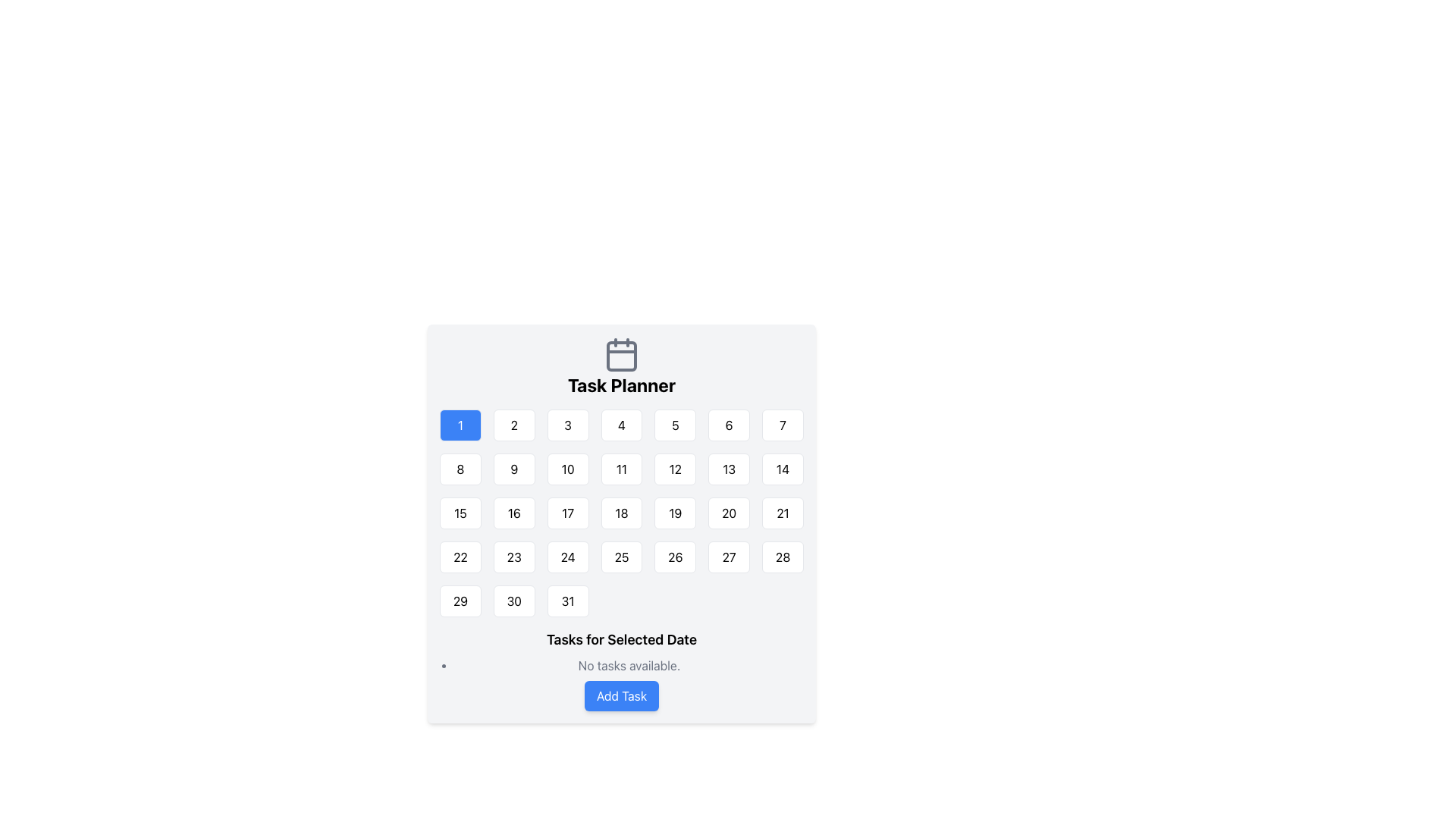 Image resolution: width=1456 pixels, height=819 pixels. Describe the element at coordinates (567, 468) in the screenshot. I see `the date '10' button in the calendar interface` at that location.